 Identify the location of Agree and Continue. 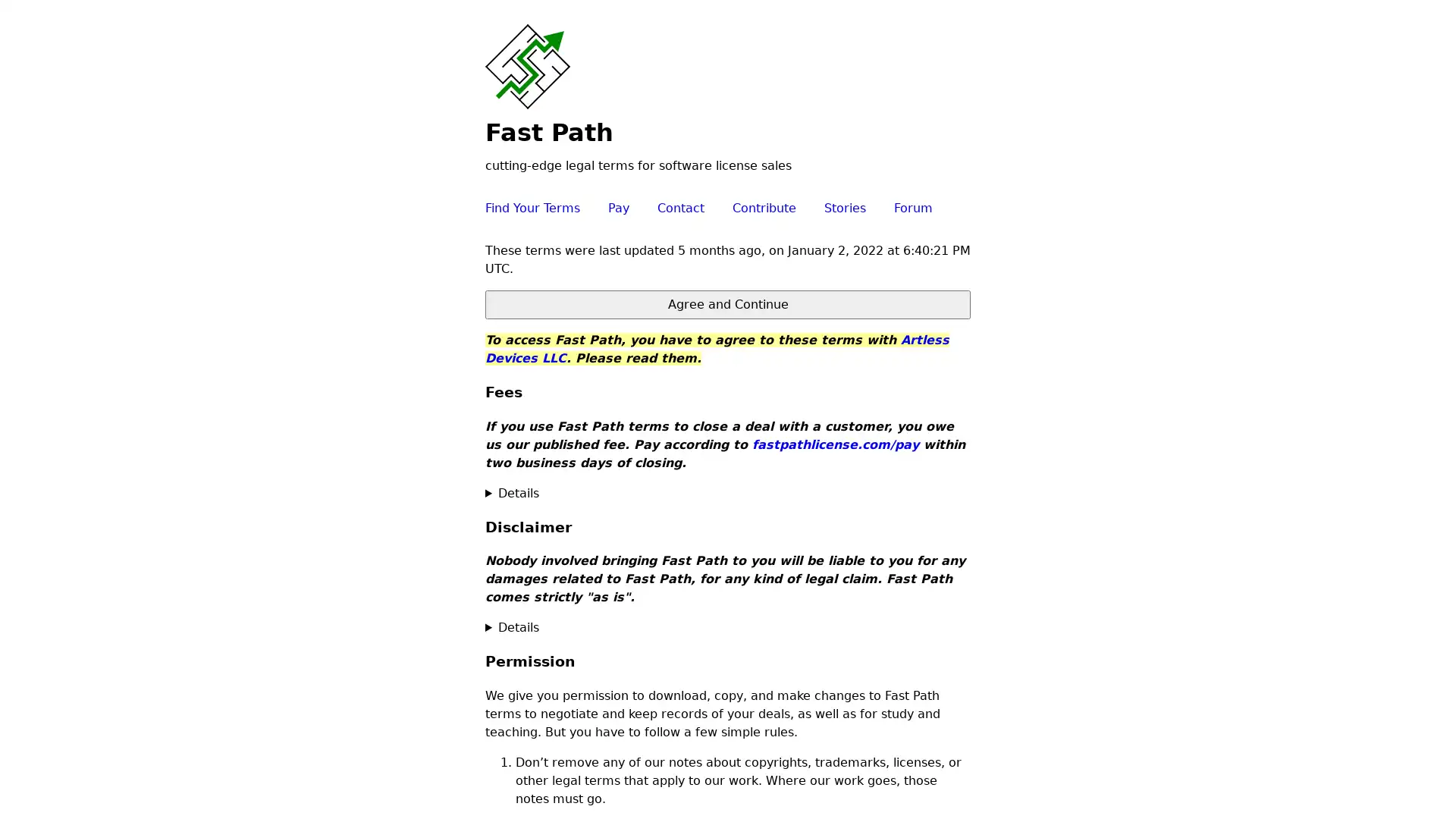
(728, 304).